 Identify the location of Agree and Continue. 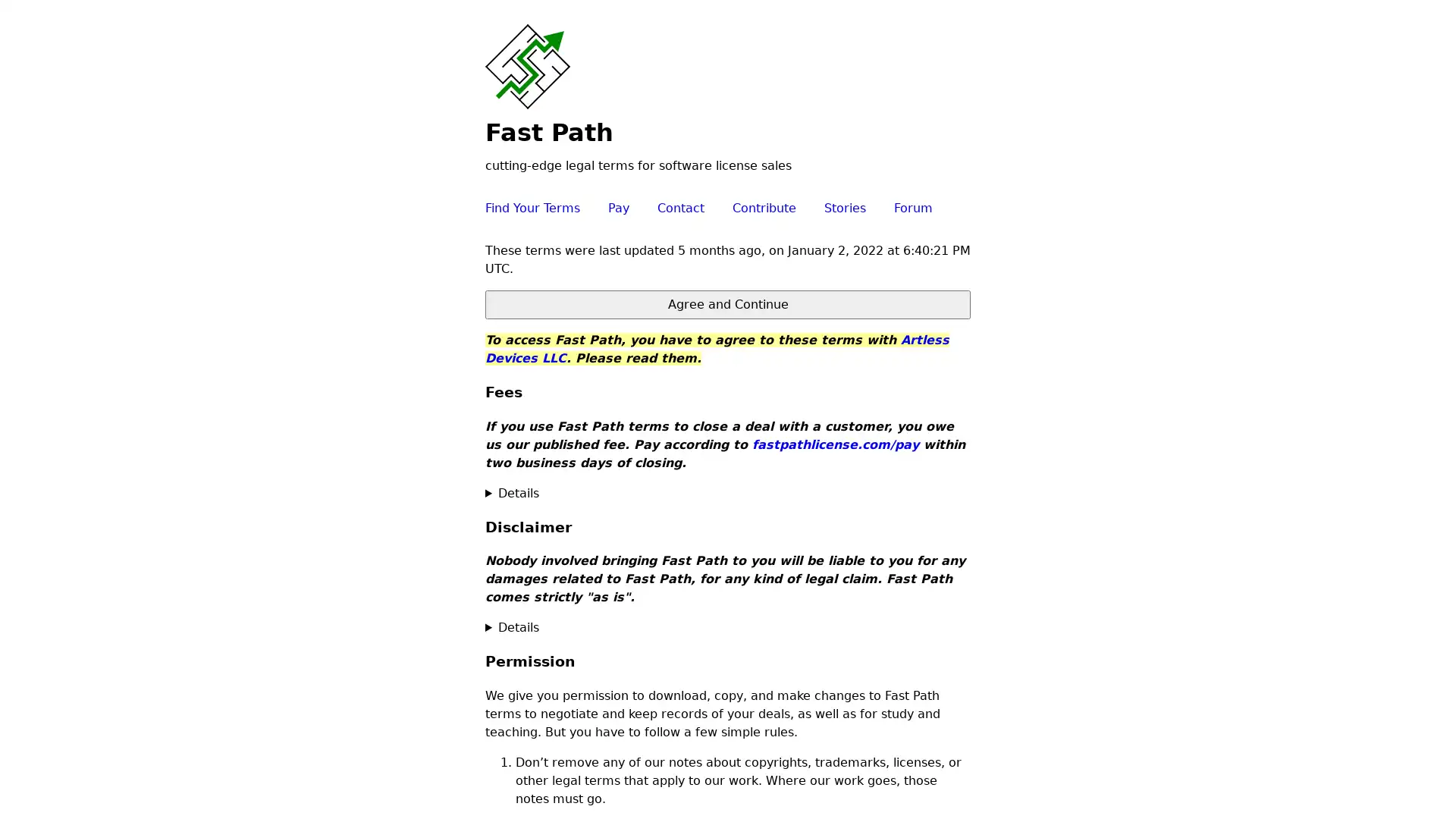
(728, 304).